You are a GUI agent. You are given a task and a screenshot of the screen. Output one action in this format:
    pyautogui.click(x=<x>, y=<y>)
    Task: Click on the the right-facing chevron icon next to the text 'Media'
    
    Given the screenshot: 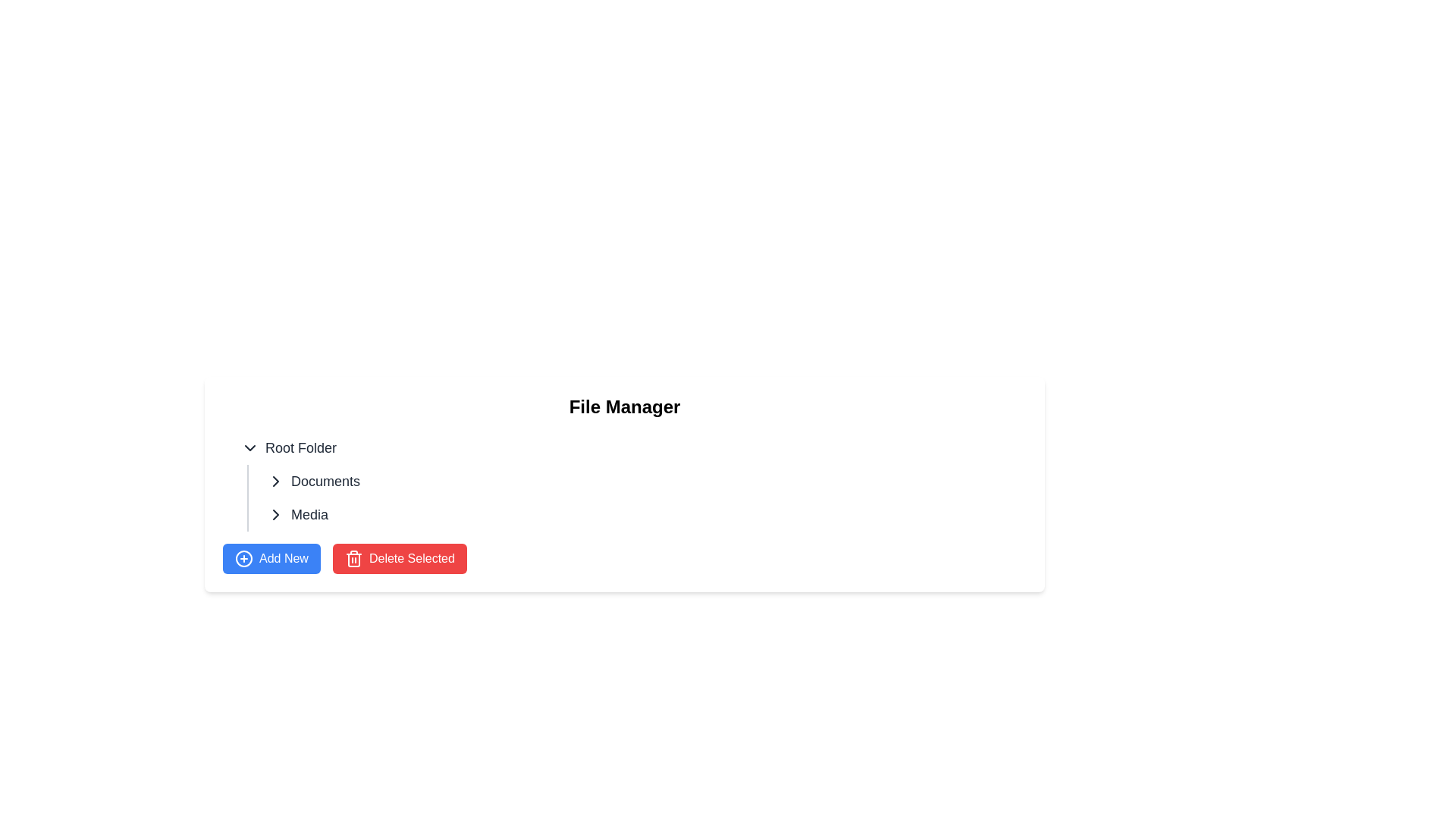 What is the action you would take?
    pyautogui.click(x=276, y=513)
    